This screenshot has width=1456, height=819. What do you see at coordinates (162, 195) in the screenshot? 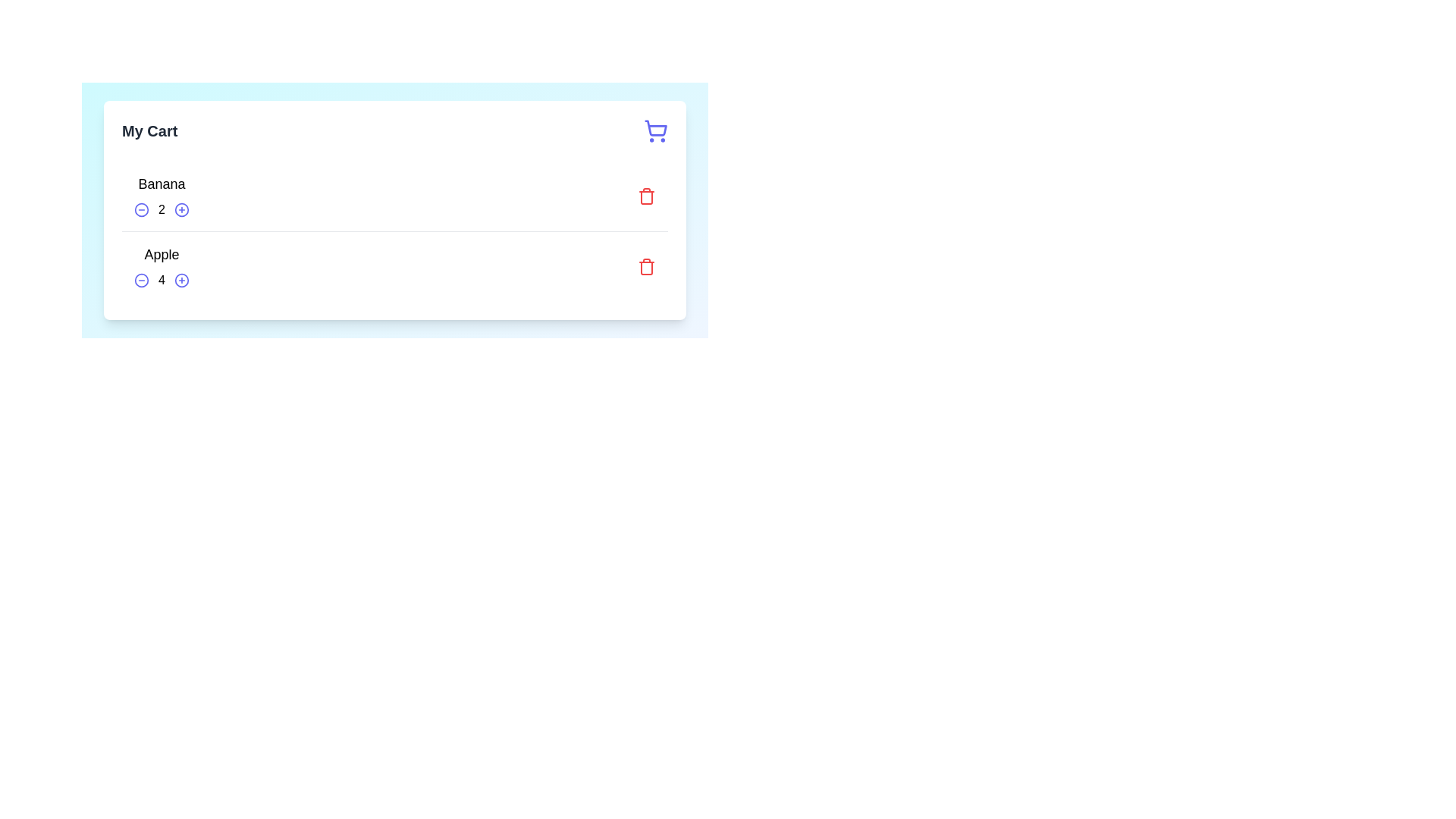
I see `item name 'Banana' and its quantity '2' from the Cart item display with quantity control, located at the top section of the cart list interface` at bounding box center [162, 195].